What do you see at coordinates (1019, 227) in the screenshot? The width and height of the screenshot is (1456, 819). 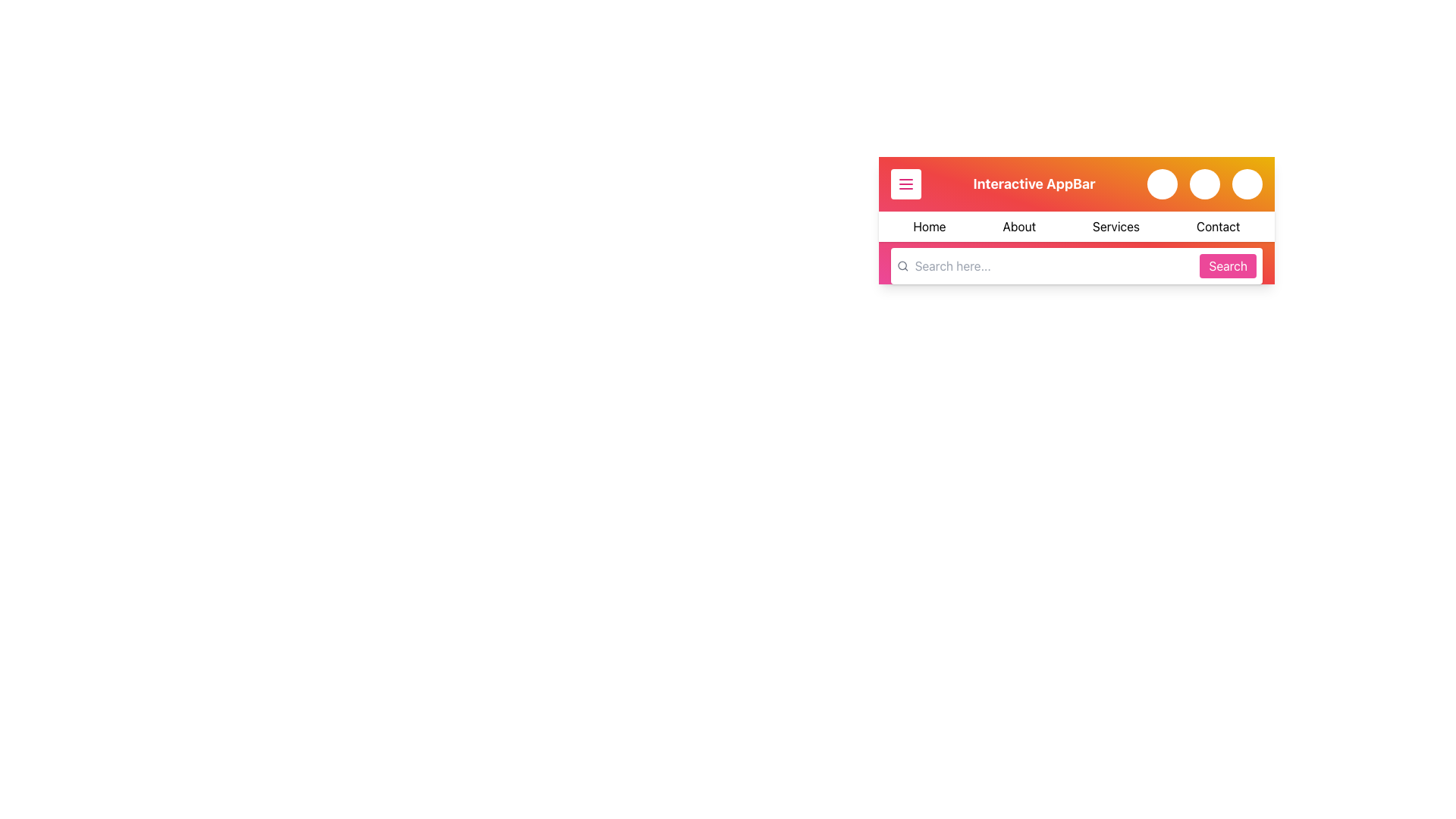 I see `the 'About' text label located` at bounding box center [1019, 227].